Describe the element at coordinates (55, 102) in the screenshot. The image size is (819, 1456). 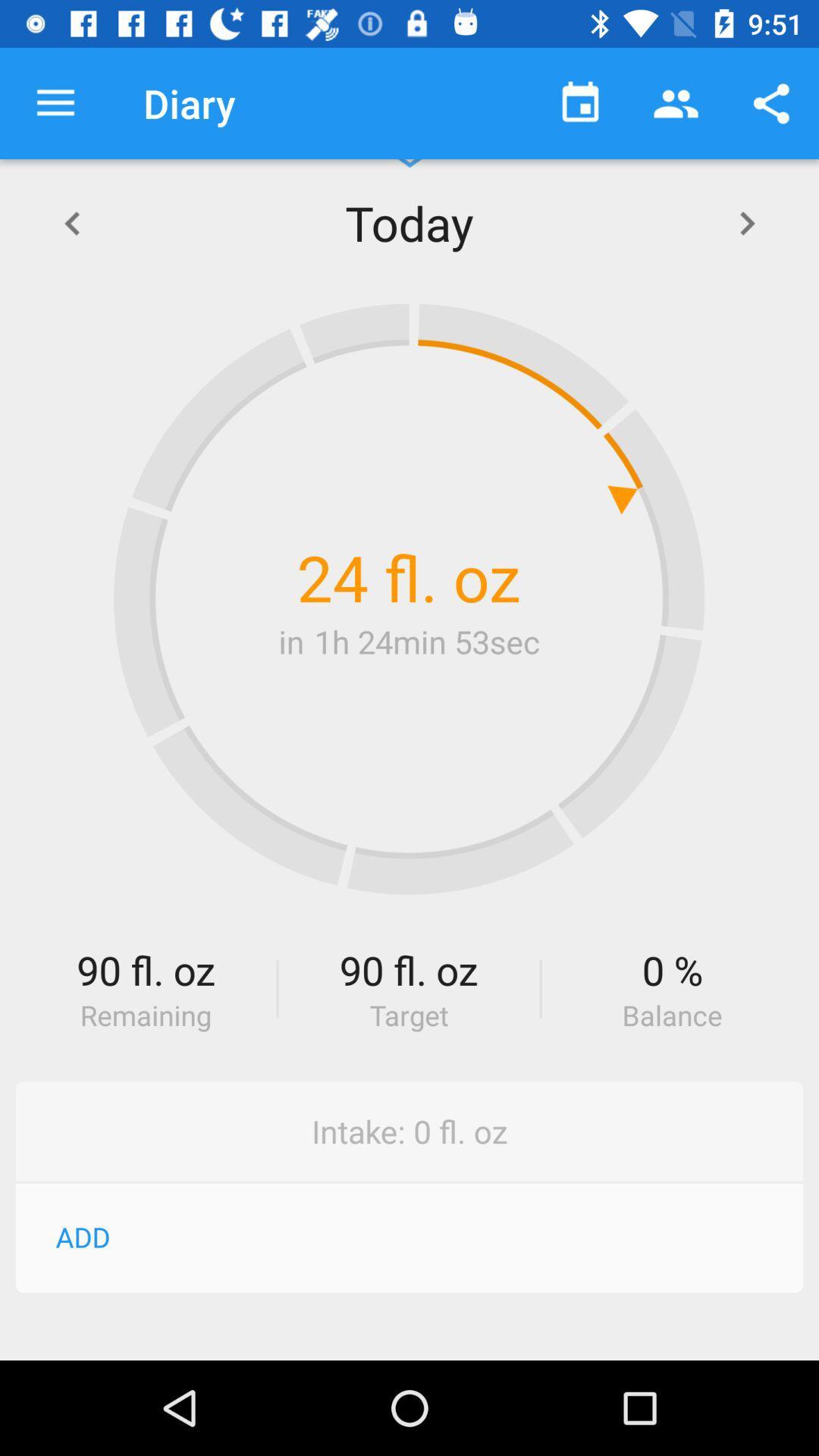
I see `icon to the left of the diary` at that location.